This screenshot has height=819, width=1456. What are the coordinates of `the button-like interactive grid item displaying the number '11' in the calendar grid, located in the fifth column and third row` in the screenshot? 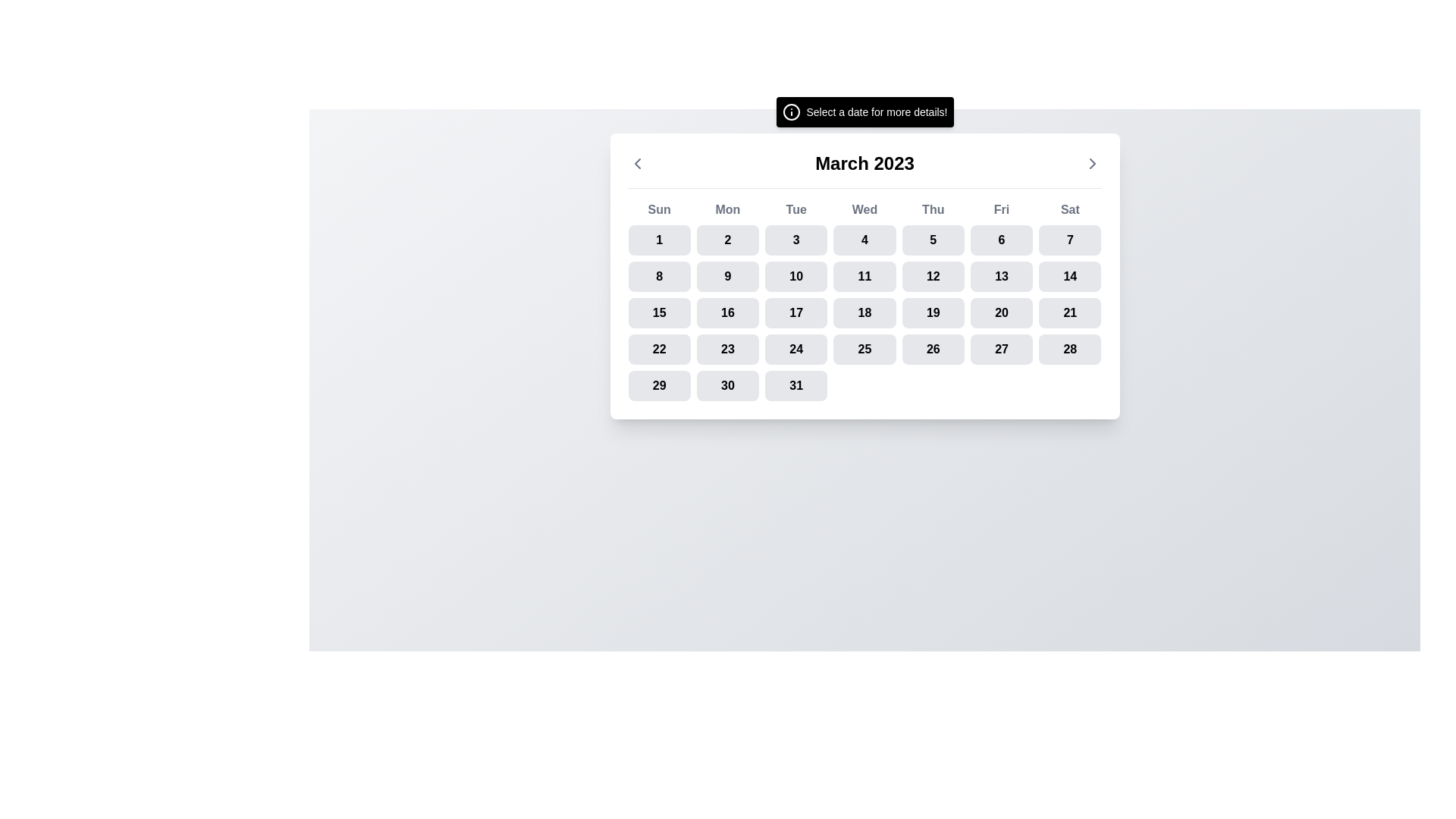 It's located at (864, 277).